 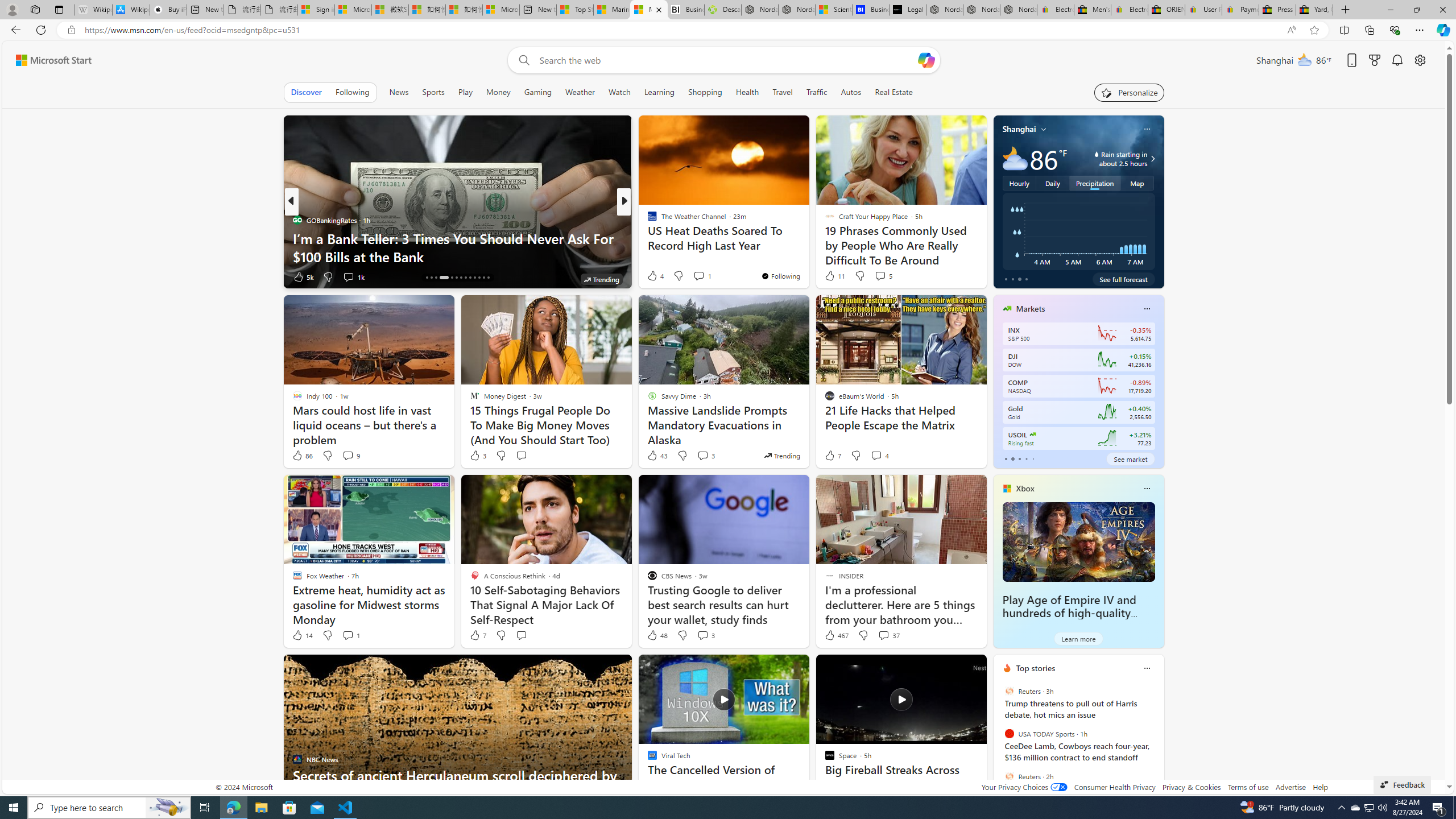 What do you see at coordinates (647, 238) in the screenshot?
I see `'The Register'` at bounding box center [647, 238].